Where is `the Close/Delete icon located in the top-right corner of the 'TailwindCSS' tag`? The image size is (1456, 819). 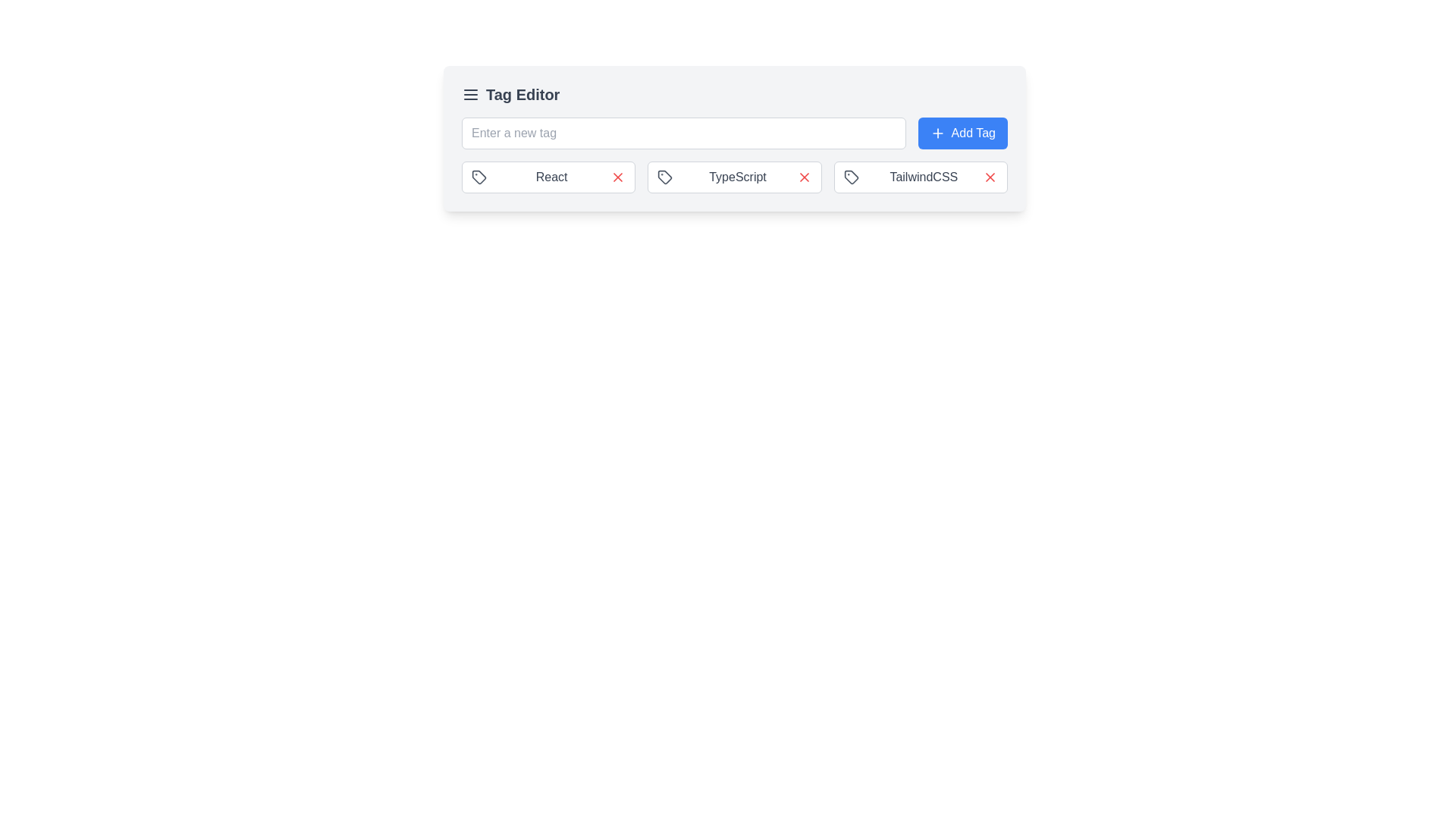
the Close/Delete icon located in the top-right corner of the 'TailwindCSS' tag is located at coordinates (990, 177).